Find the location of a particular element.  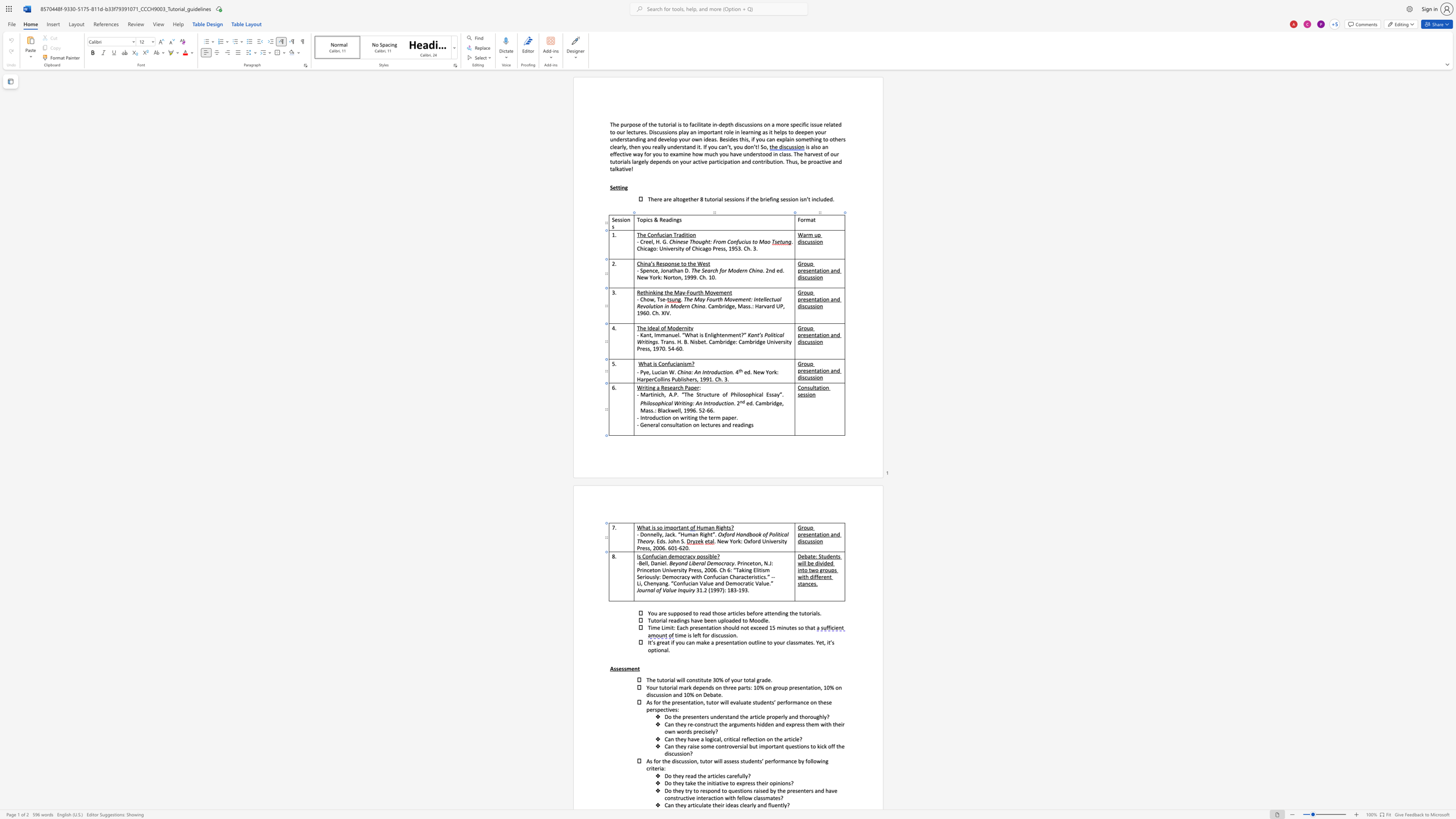

the space between the continuous character "I" and "s" in the text is located at coordinates (638, 556).